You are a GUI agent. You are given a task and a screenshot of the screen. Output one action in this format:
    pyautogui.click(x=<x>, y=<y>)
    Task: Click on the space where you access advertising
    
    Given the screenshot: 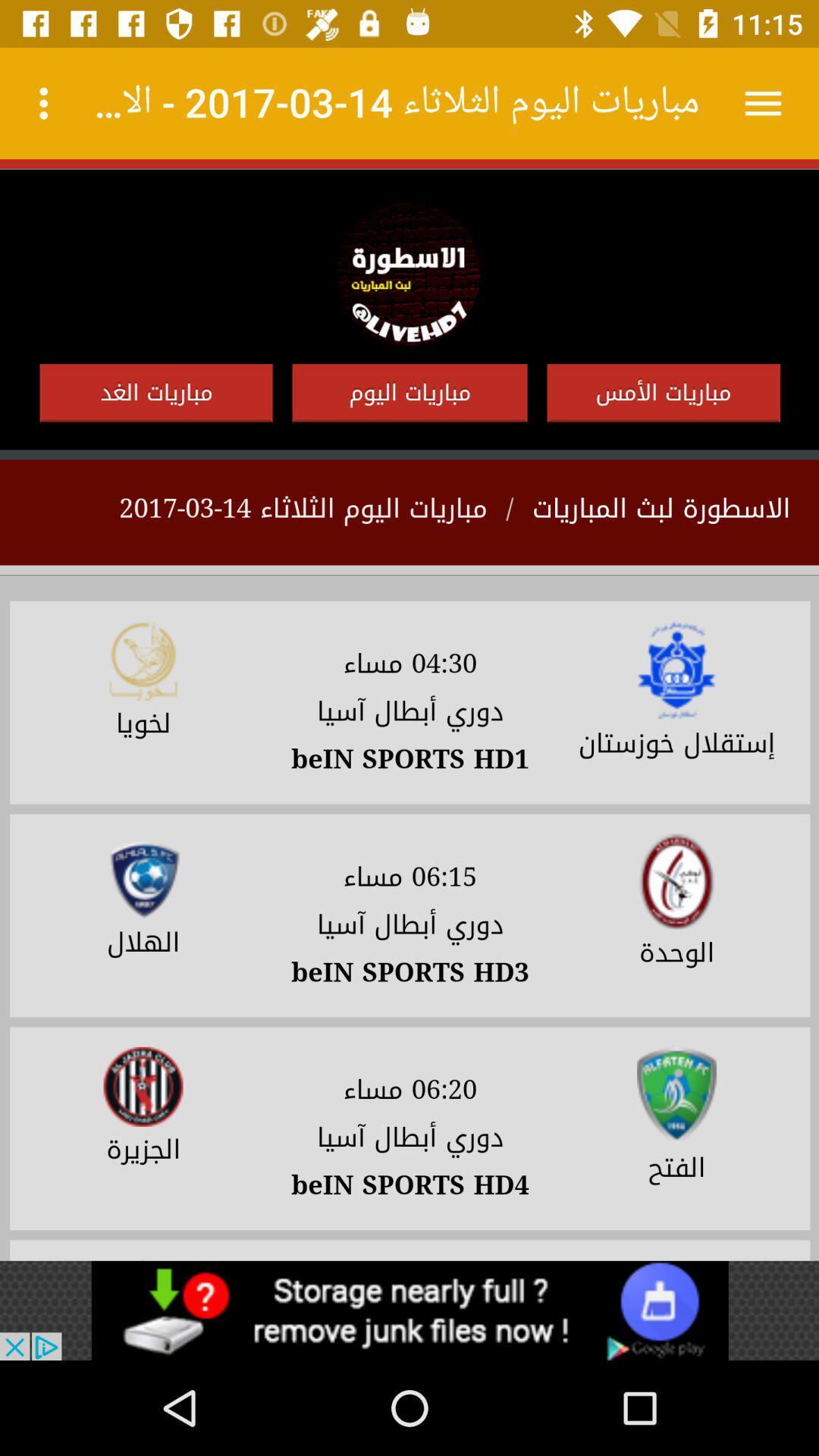 What is the action you would take?
    pyautogui.click(x=409, y=1310)
    